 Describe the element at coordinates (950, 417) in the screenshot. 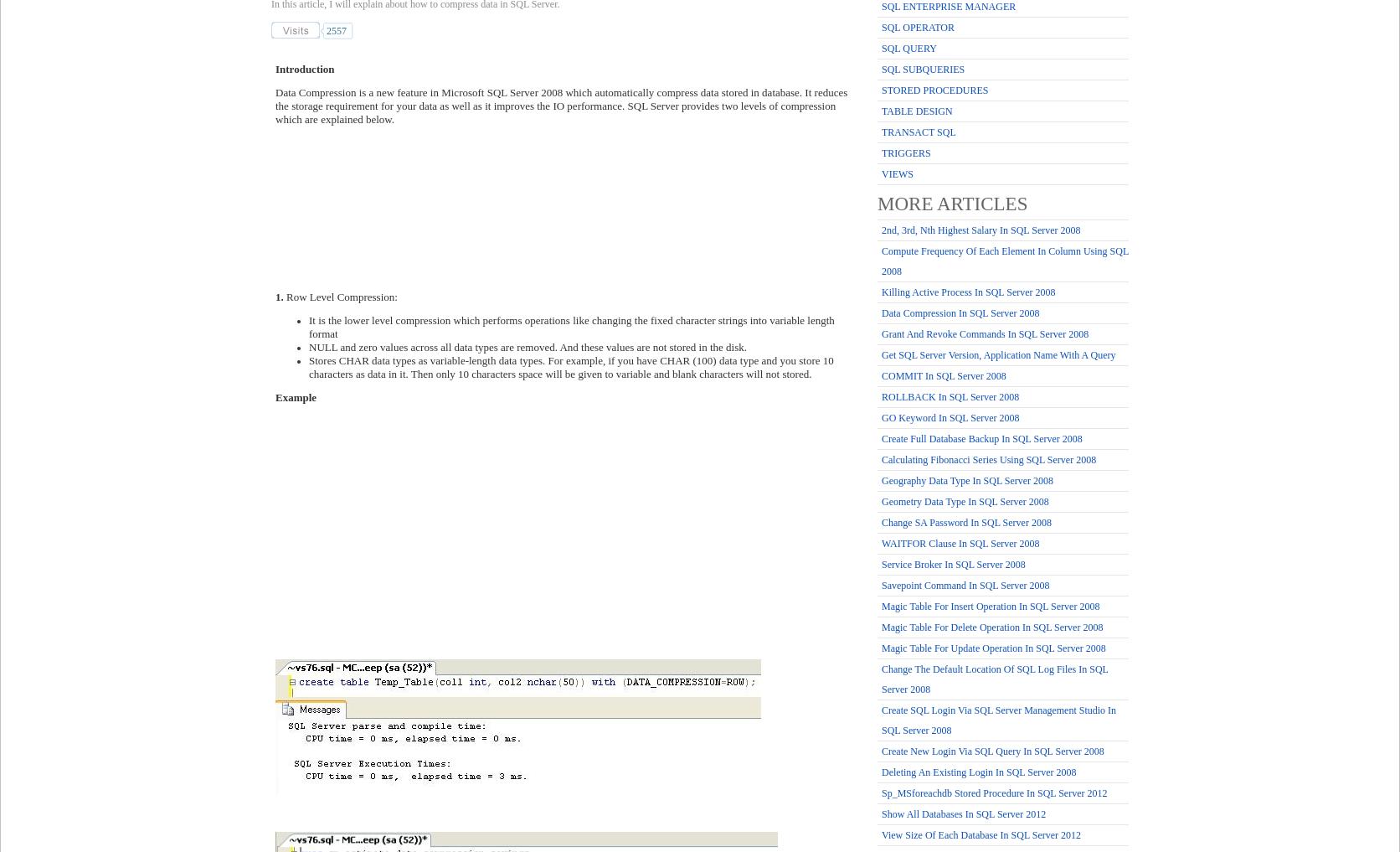

I see `'GO keyword in SQL Server 2008'` at that location.